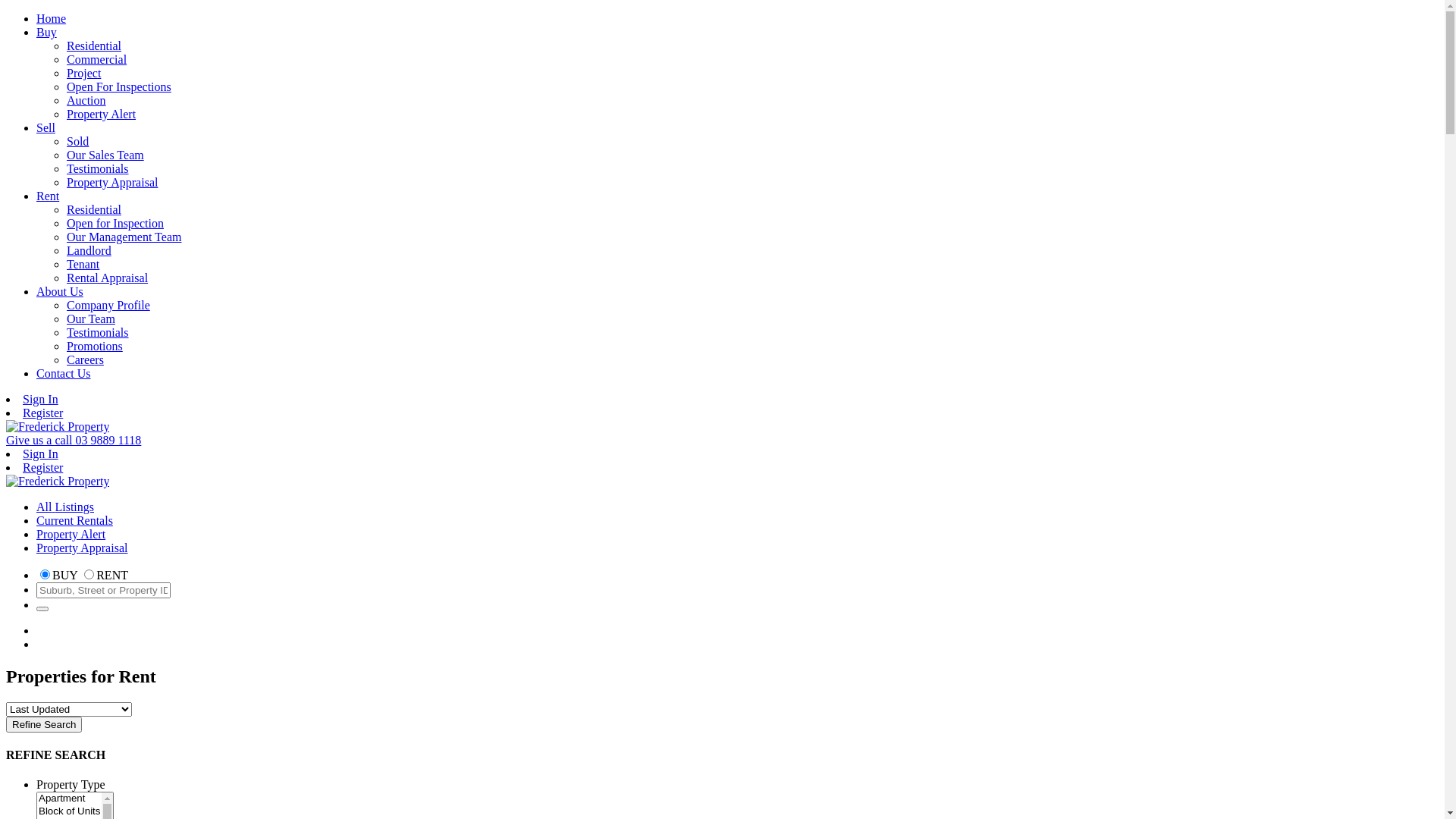 Image resolution: width=1456 pixels, height=819 pixels. What do you see at coordinates (105, 155) in the screenshot?
I see `'Our Sales Team'` at bounding box center [105, 155].